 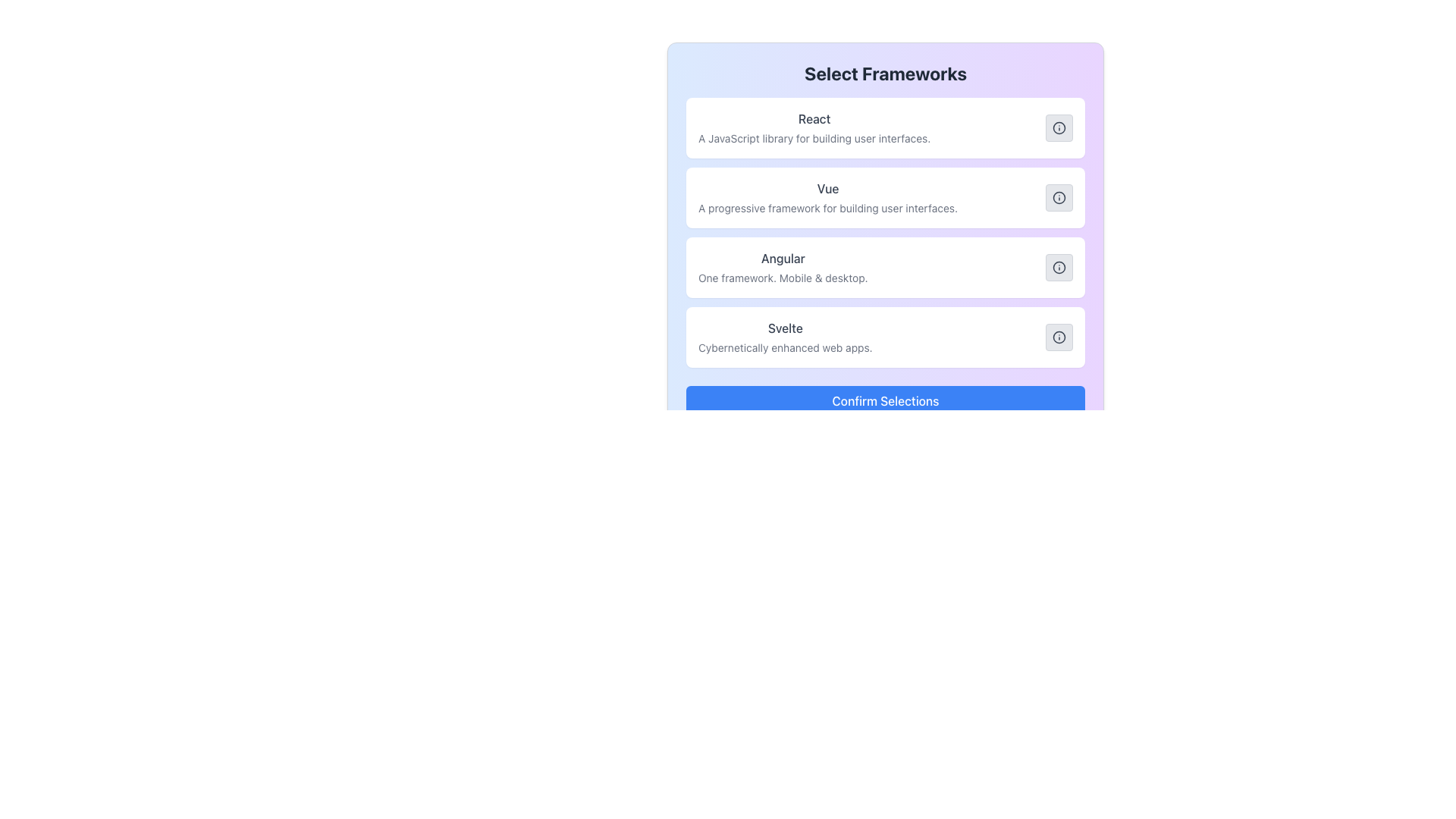 I want to click on the gray circular information icon with an 'i' symbol located next to the 'Vue' selection option, so click(x=1058, y=197).